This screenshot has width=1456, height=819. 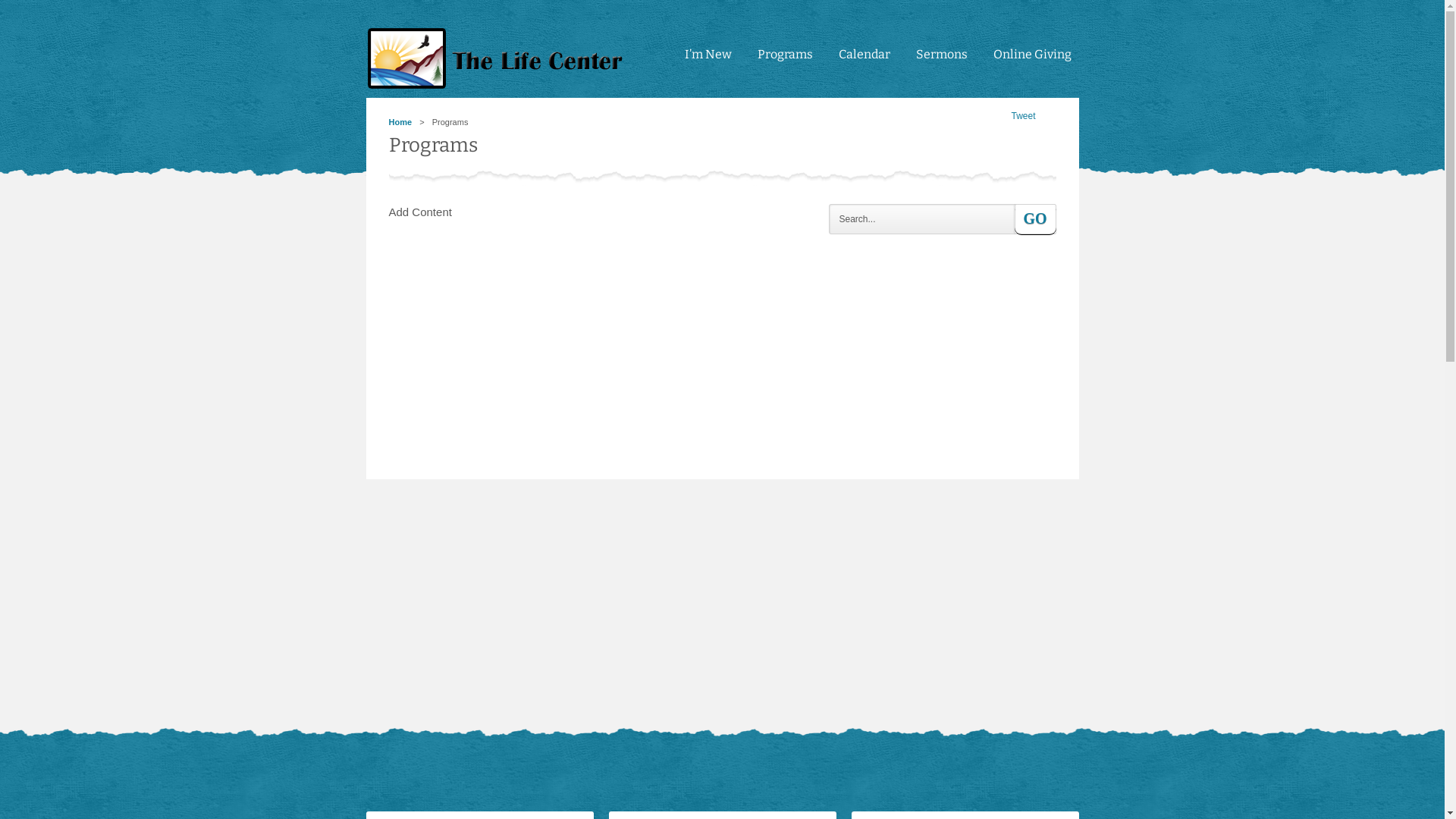 What do you see at coordinates (498, 58) in the screenshot?
I see `'tlc4me'` at bounding box center [498, 58].